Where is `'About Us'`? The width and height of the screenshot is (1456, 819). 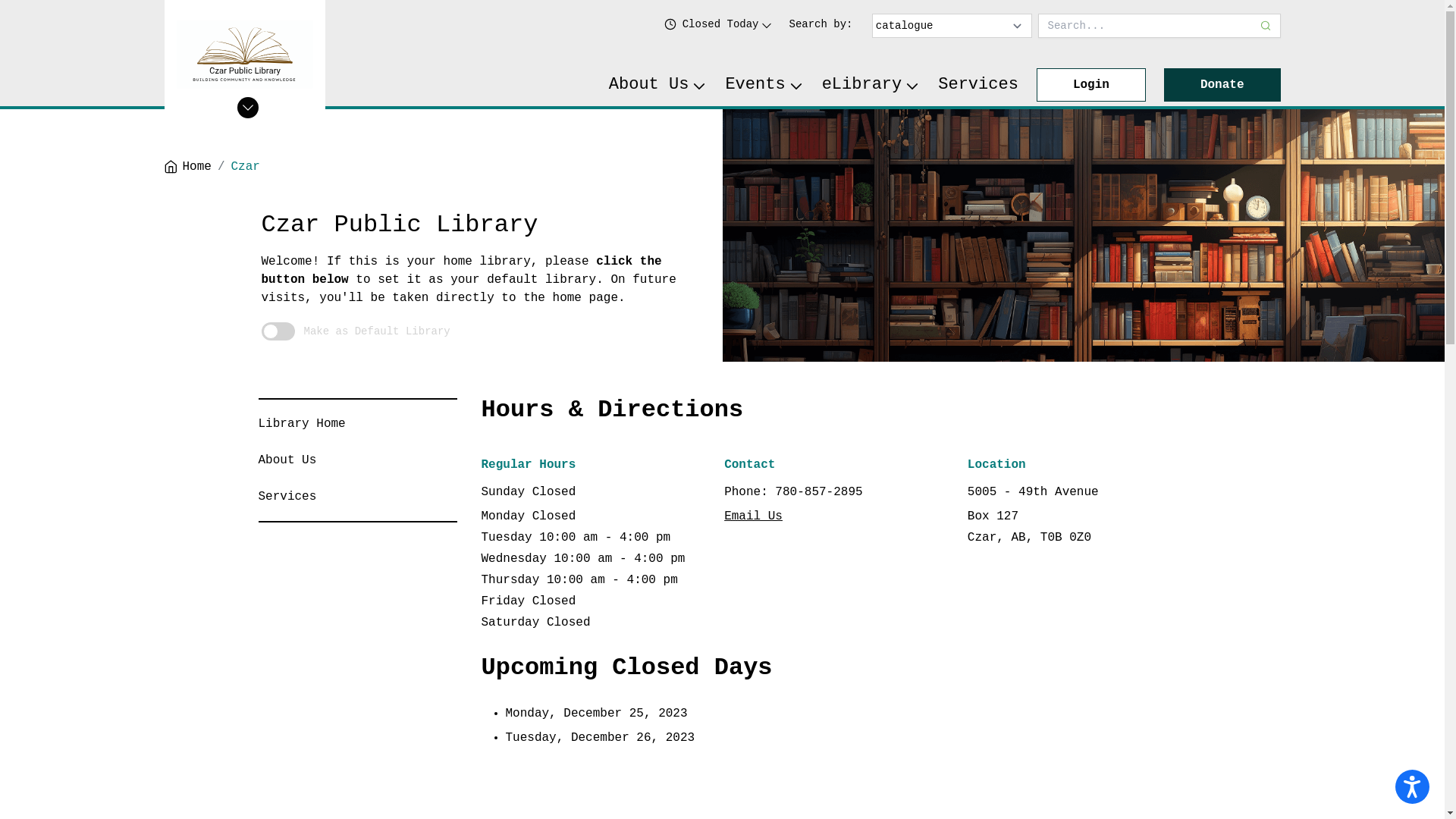
'About Us' is located at coordinates (287, 459).